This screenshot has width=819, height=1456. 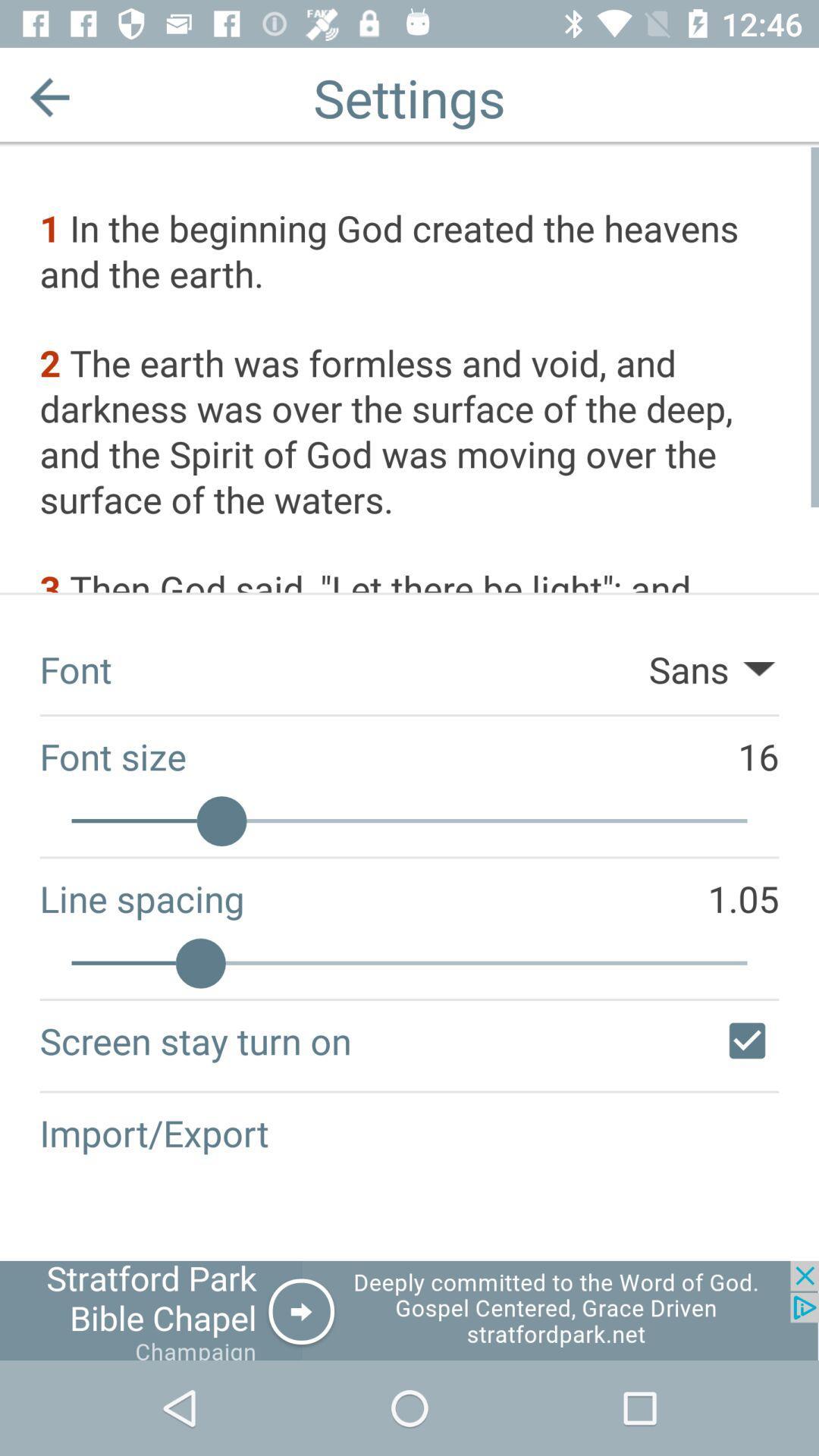 What do you see at coordinates (409, 1310) in the screenshot?
I see `see advertisement` at bounding box center [409, 1310].